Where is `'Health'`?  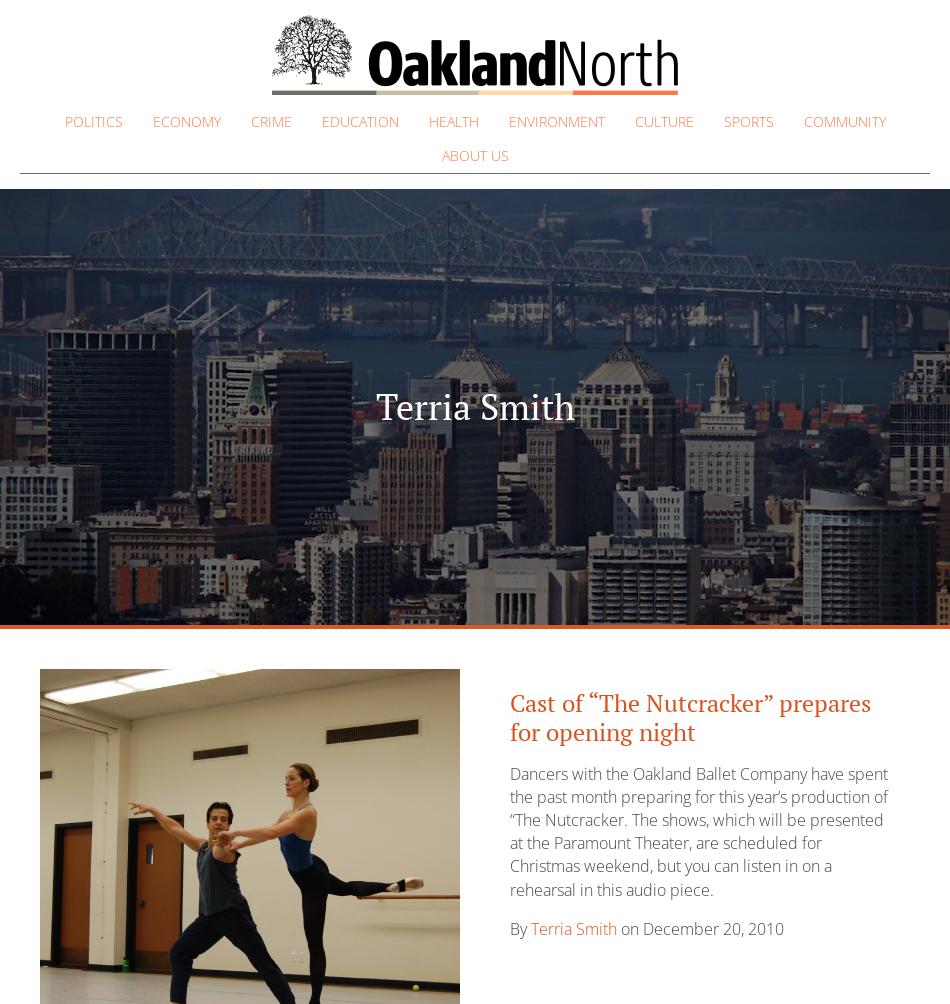 'Health' is located at coordinates (451, 121).